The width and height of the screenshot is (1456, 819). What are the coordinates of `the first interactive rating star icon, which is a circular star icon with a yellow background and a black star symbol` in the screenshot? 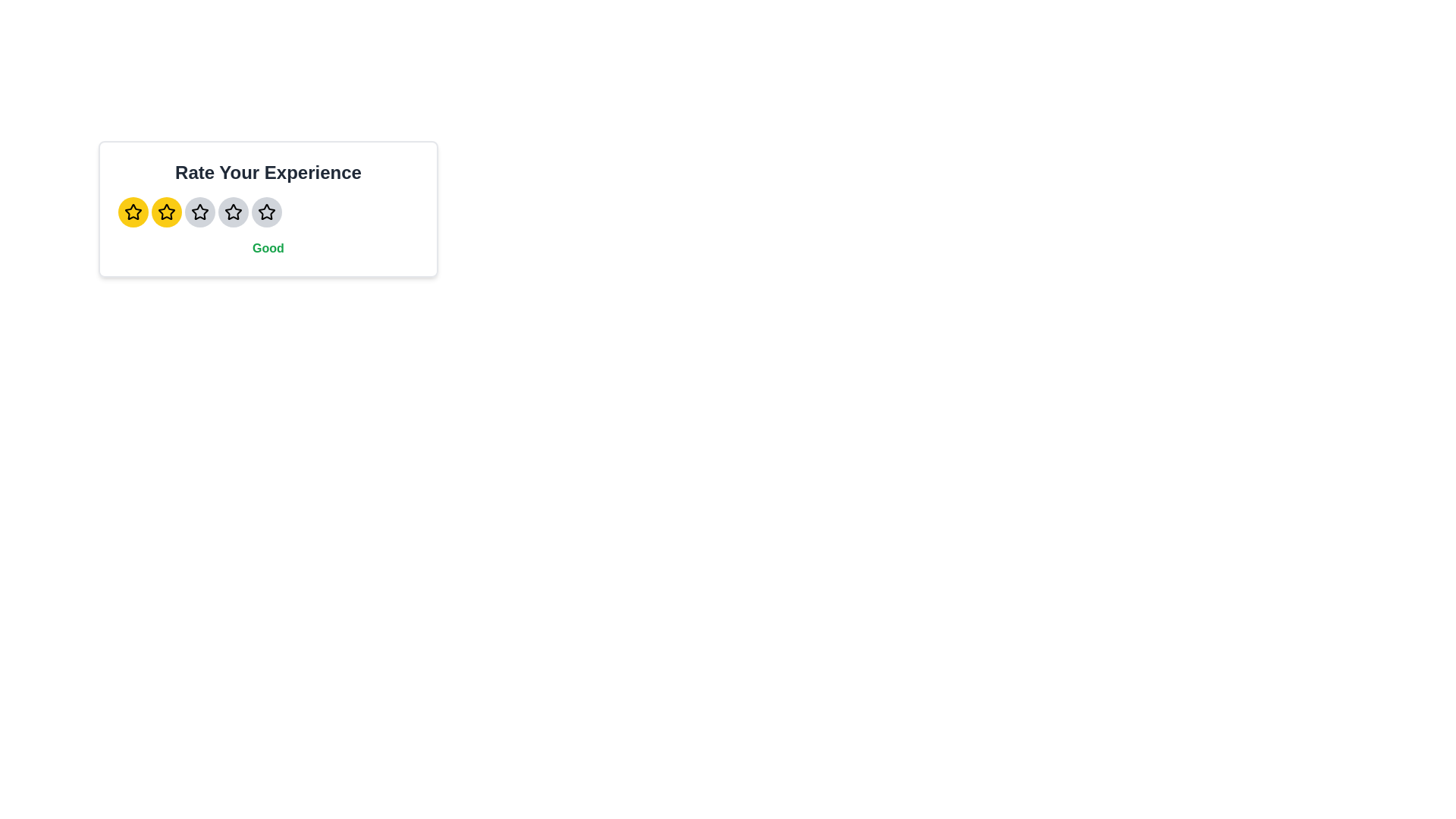 It's located at (133, 212).